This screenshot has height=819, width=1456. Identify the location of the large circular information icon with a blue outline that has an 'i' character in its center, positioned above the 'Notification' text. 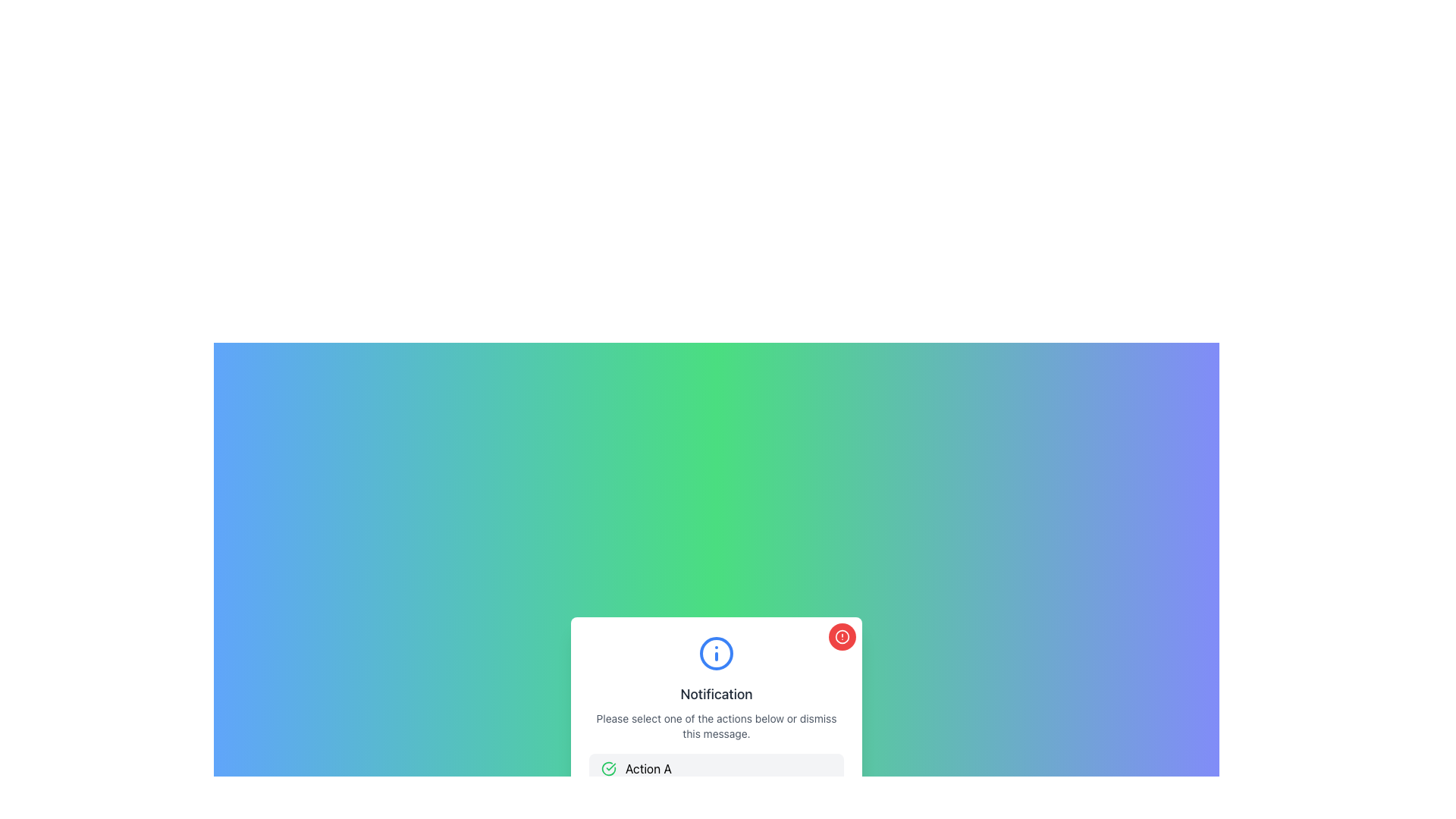
(716, 652).